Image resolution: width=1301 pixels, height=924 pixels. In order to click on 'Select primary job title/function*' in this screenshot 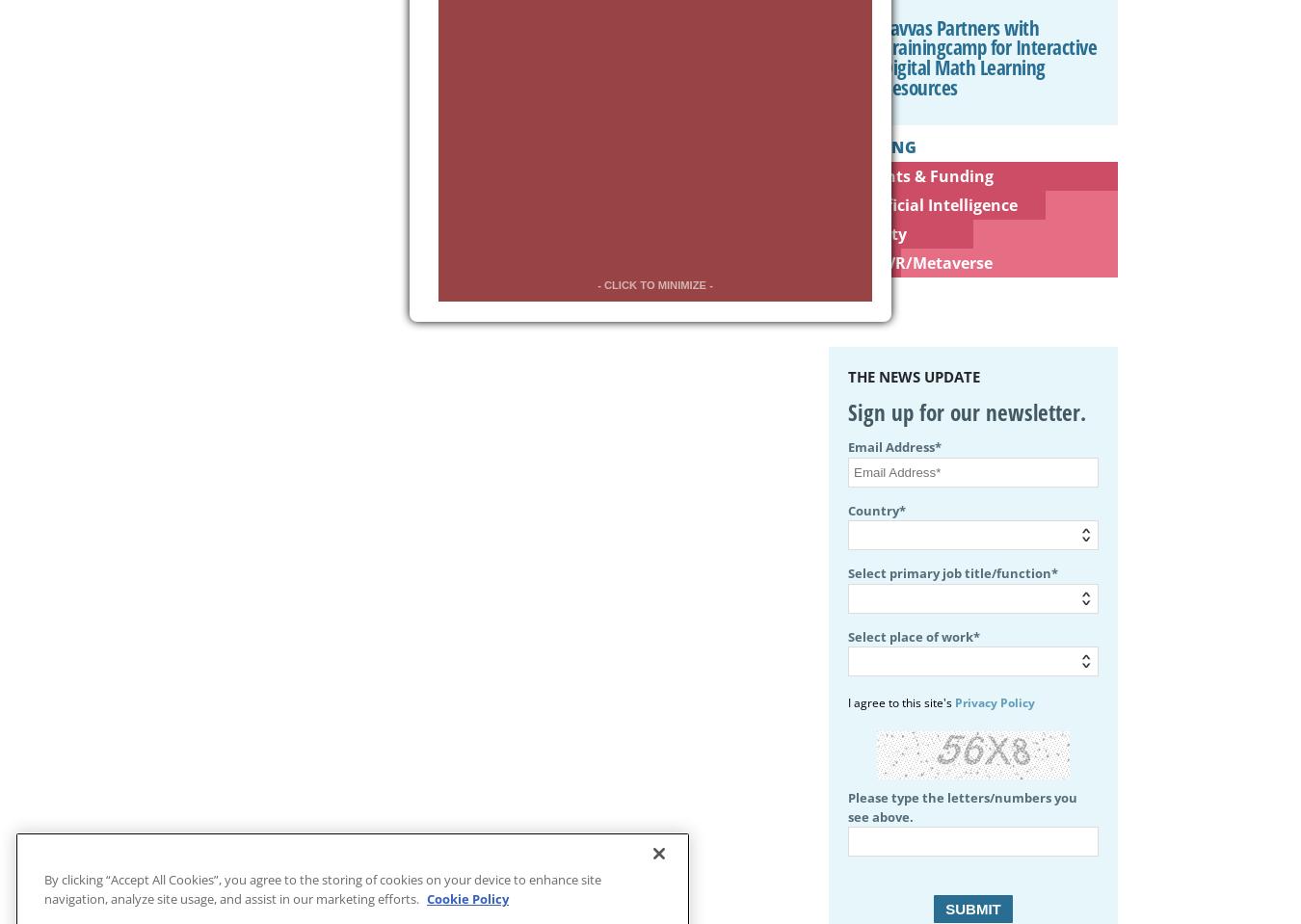, I will do `click(952, 571)`.